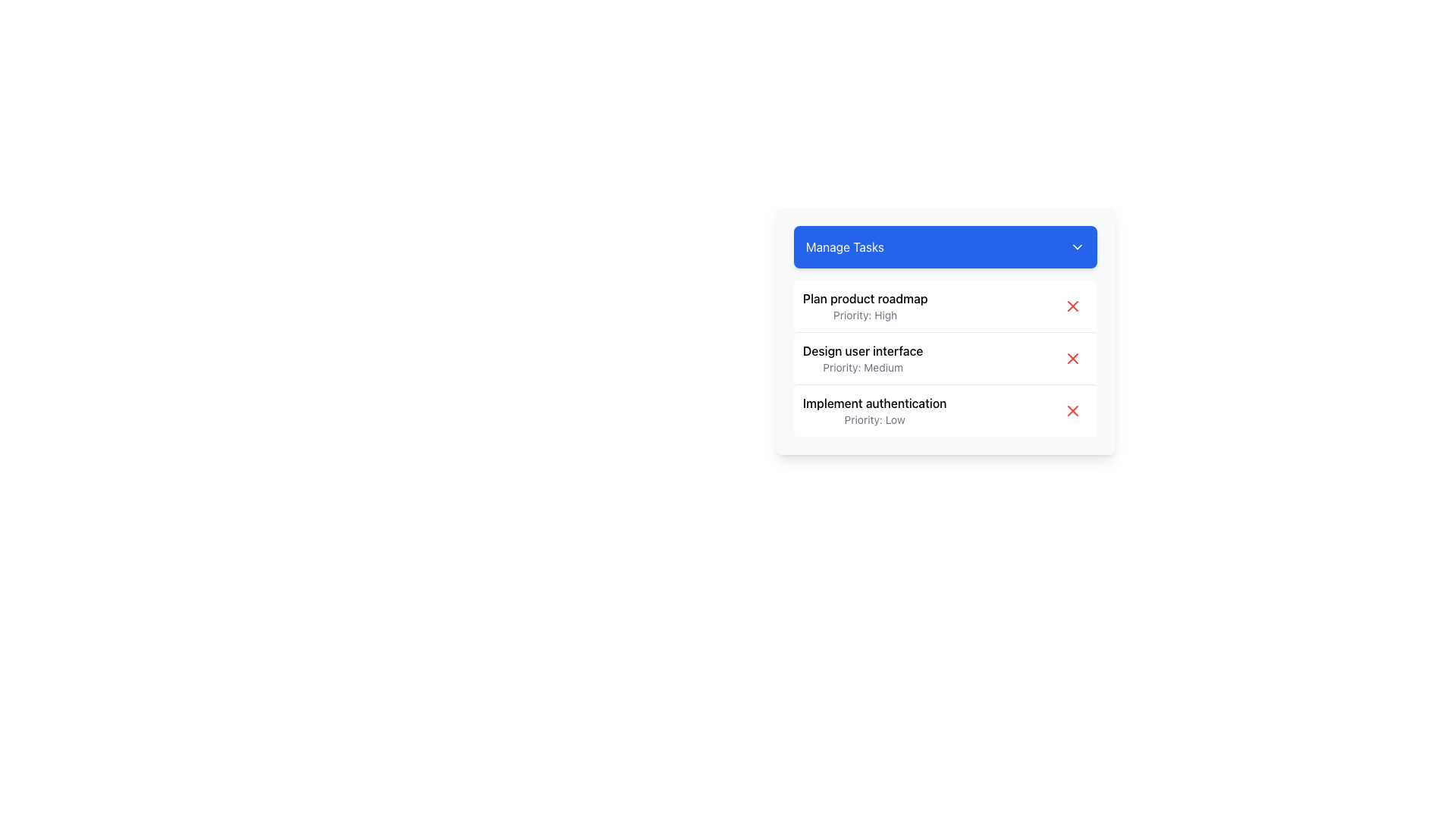  What do you see at coordinates (945, 306) in the screenshot?
I see `the first task entry in the task management list to observe any hover effects` at bounding box center [945, 306].